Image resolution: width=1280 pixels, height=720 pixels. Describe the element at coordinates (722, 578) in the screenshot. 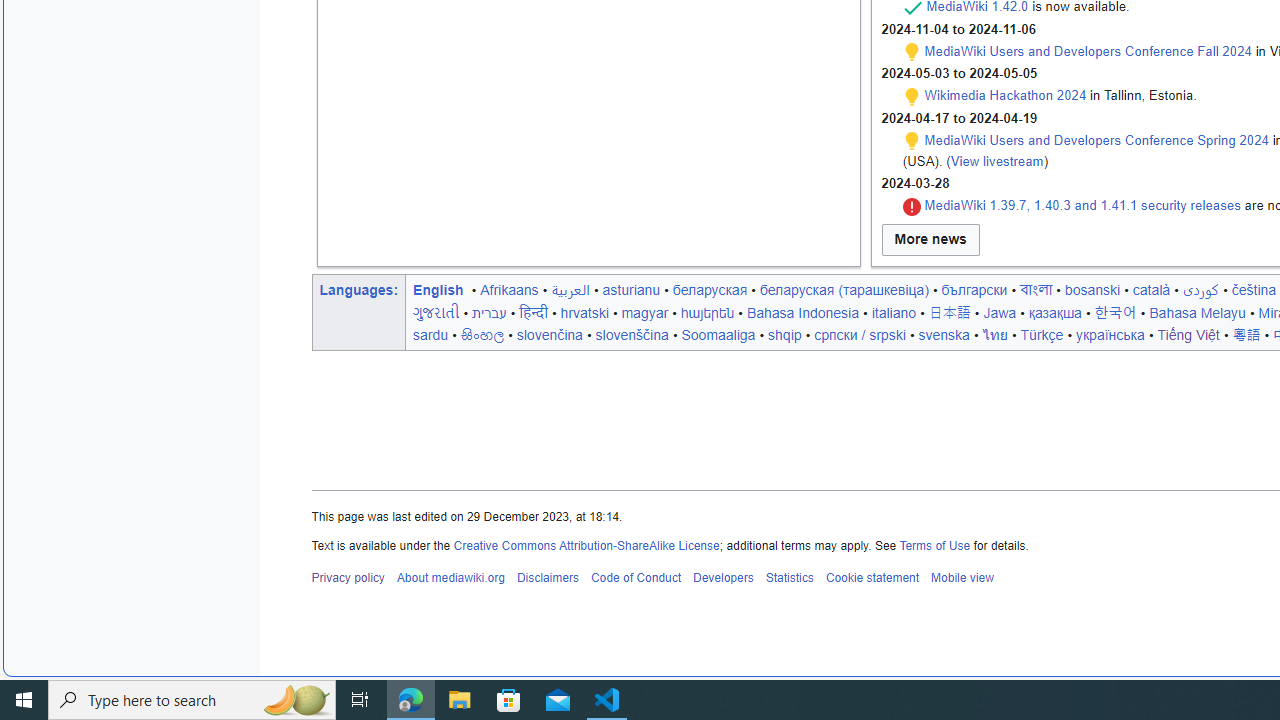

I see `'Developers'` at that location.